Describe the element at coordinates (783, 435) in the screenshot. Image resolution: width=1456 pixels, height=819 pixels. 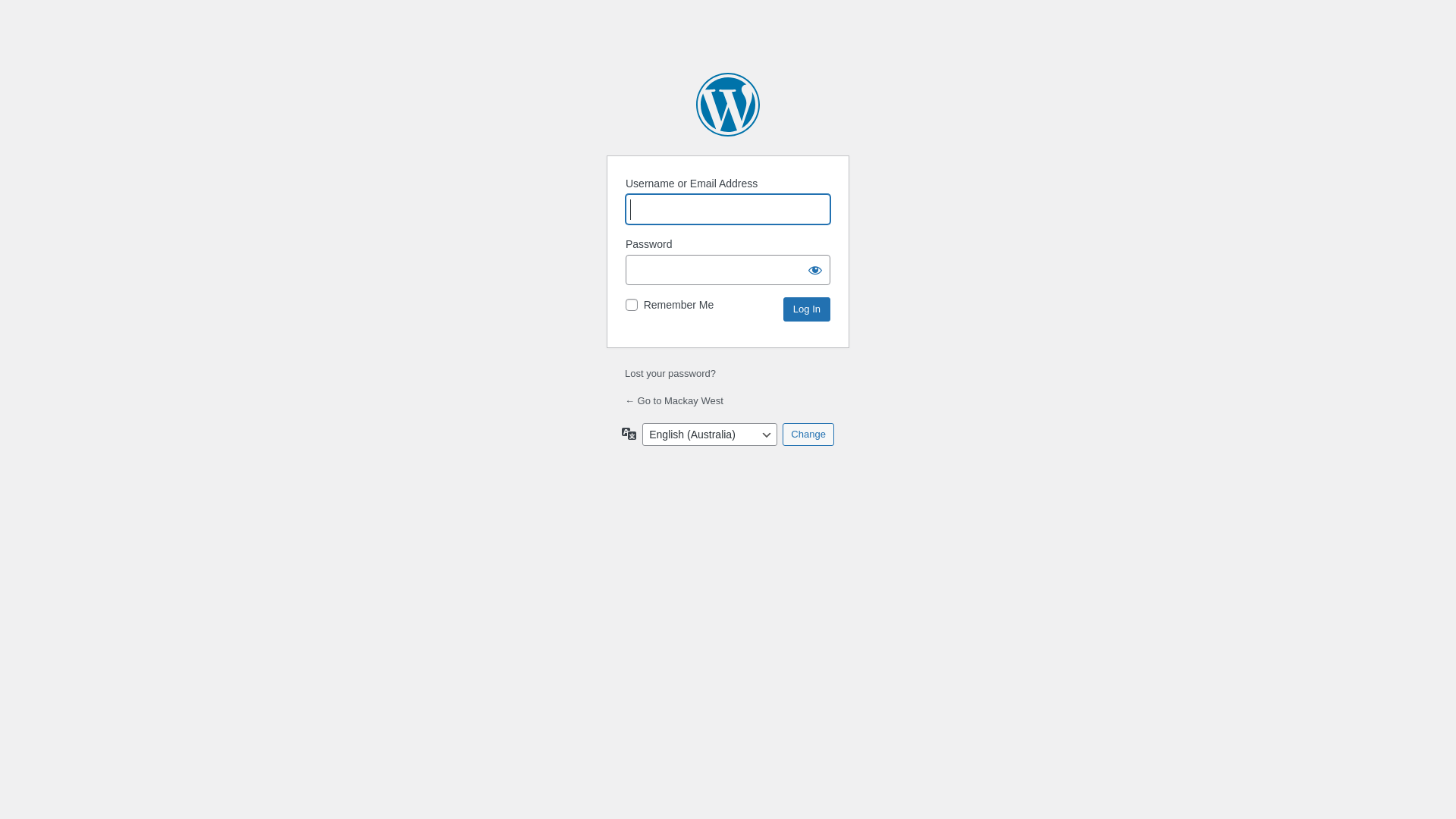
I see `'Change'` at that location.